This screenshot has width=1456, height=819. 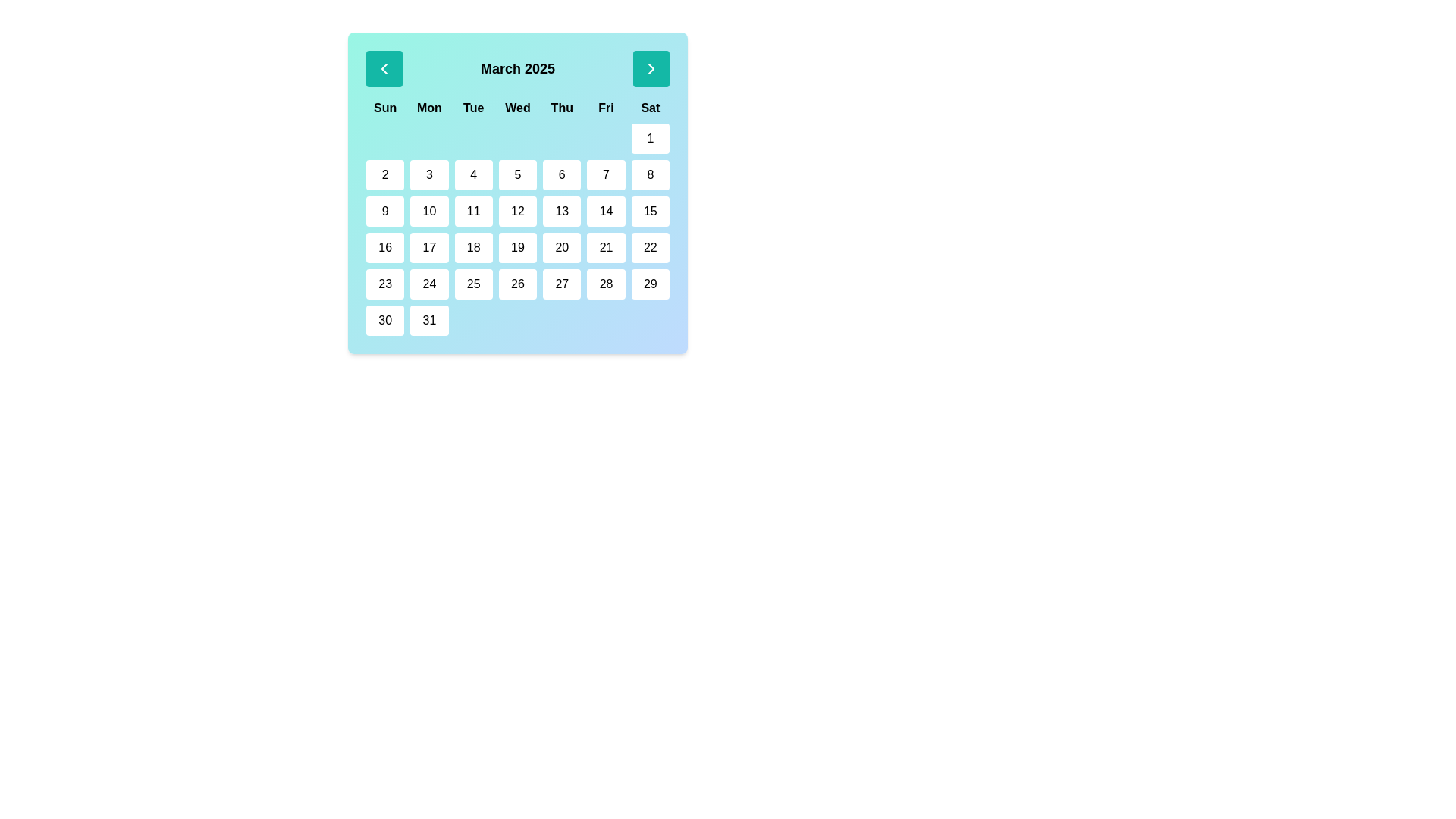 What do you see at coordinates (428, 174) in the screenshot?
I see `the Calendar day button labeled '3'` at bounding box center [428, 174].